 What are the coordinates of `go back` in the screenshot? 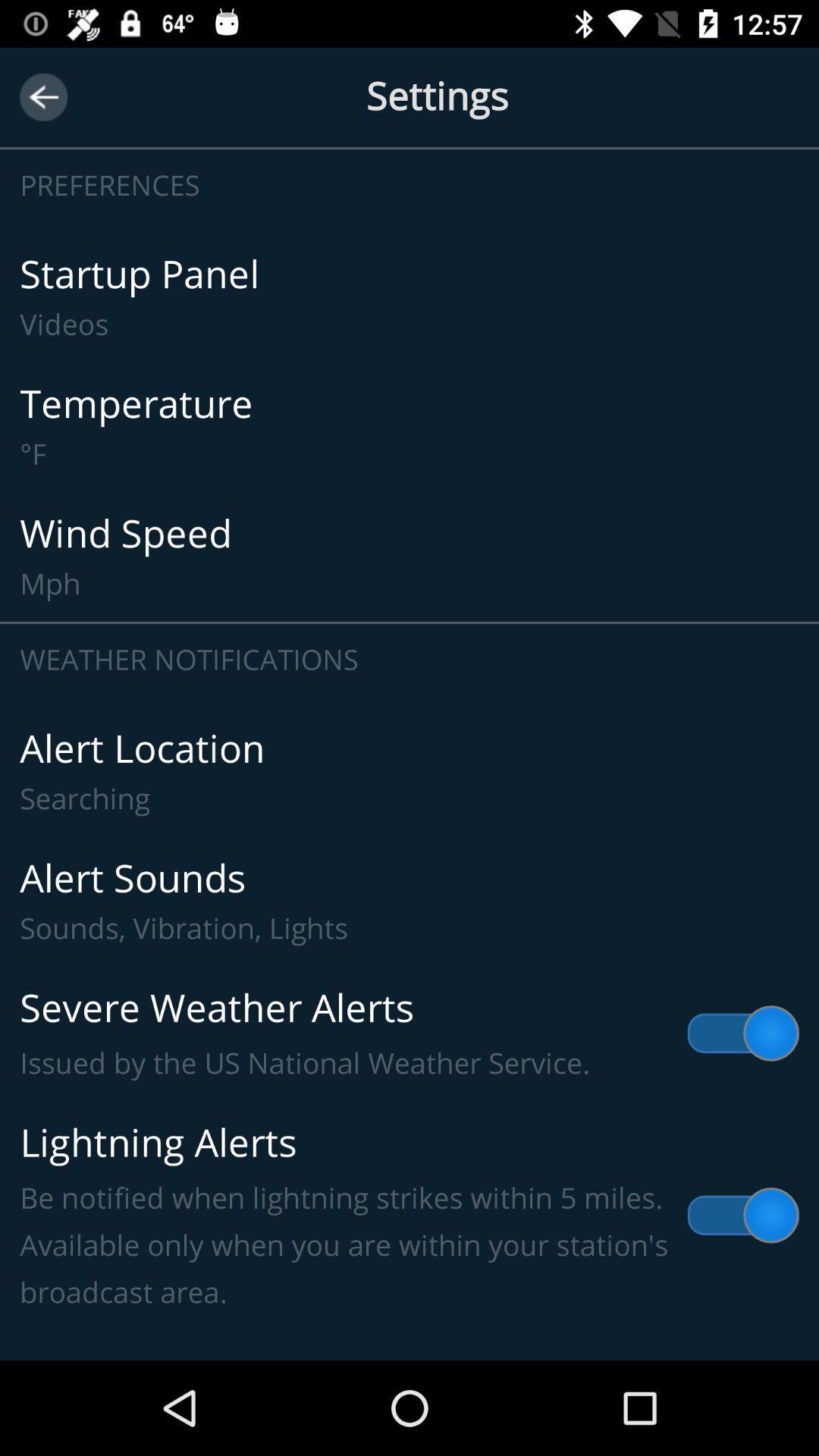 It's located at (42, 96).